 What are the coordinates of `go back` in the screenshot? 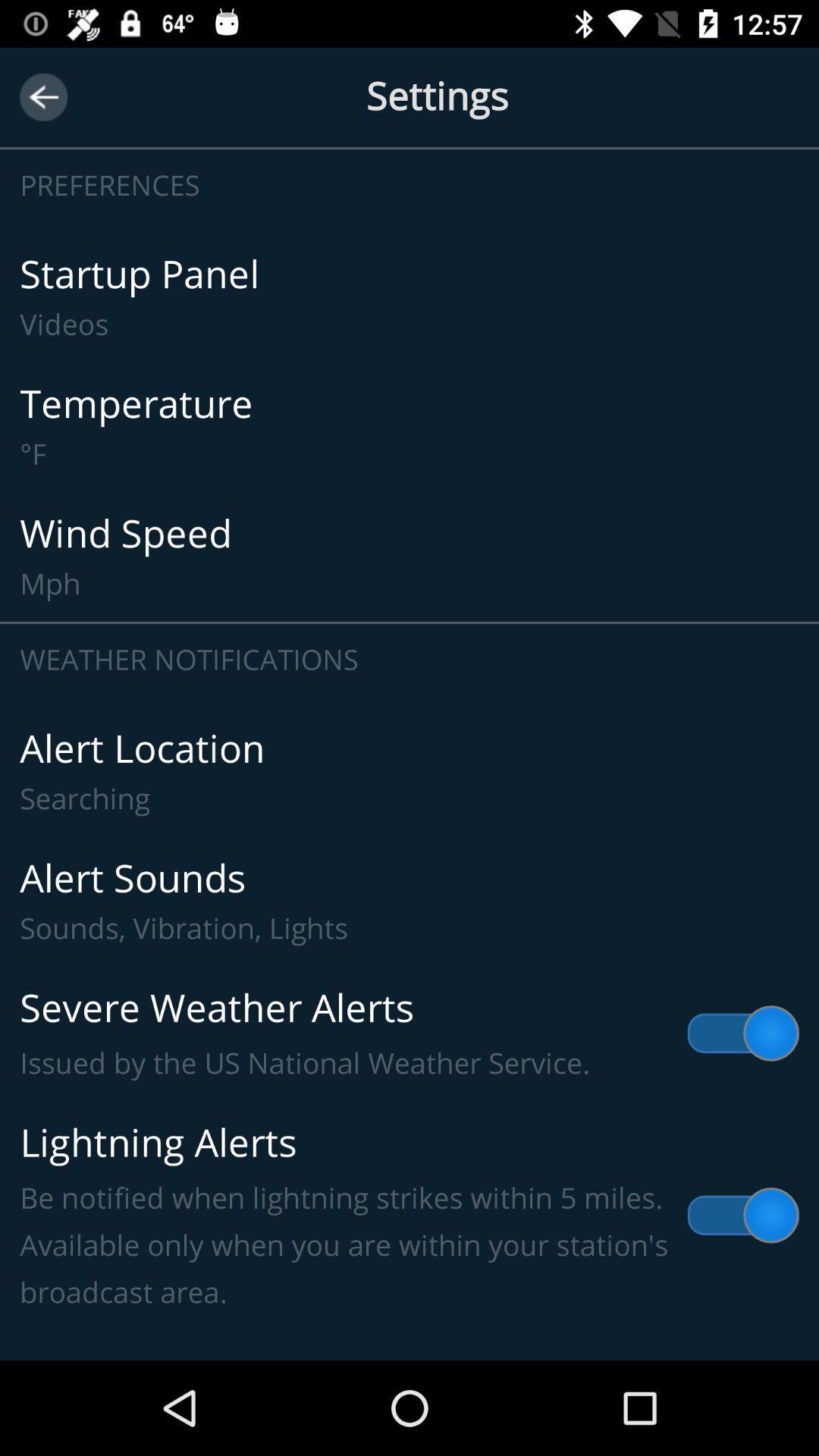 It's located at (42, 96).